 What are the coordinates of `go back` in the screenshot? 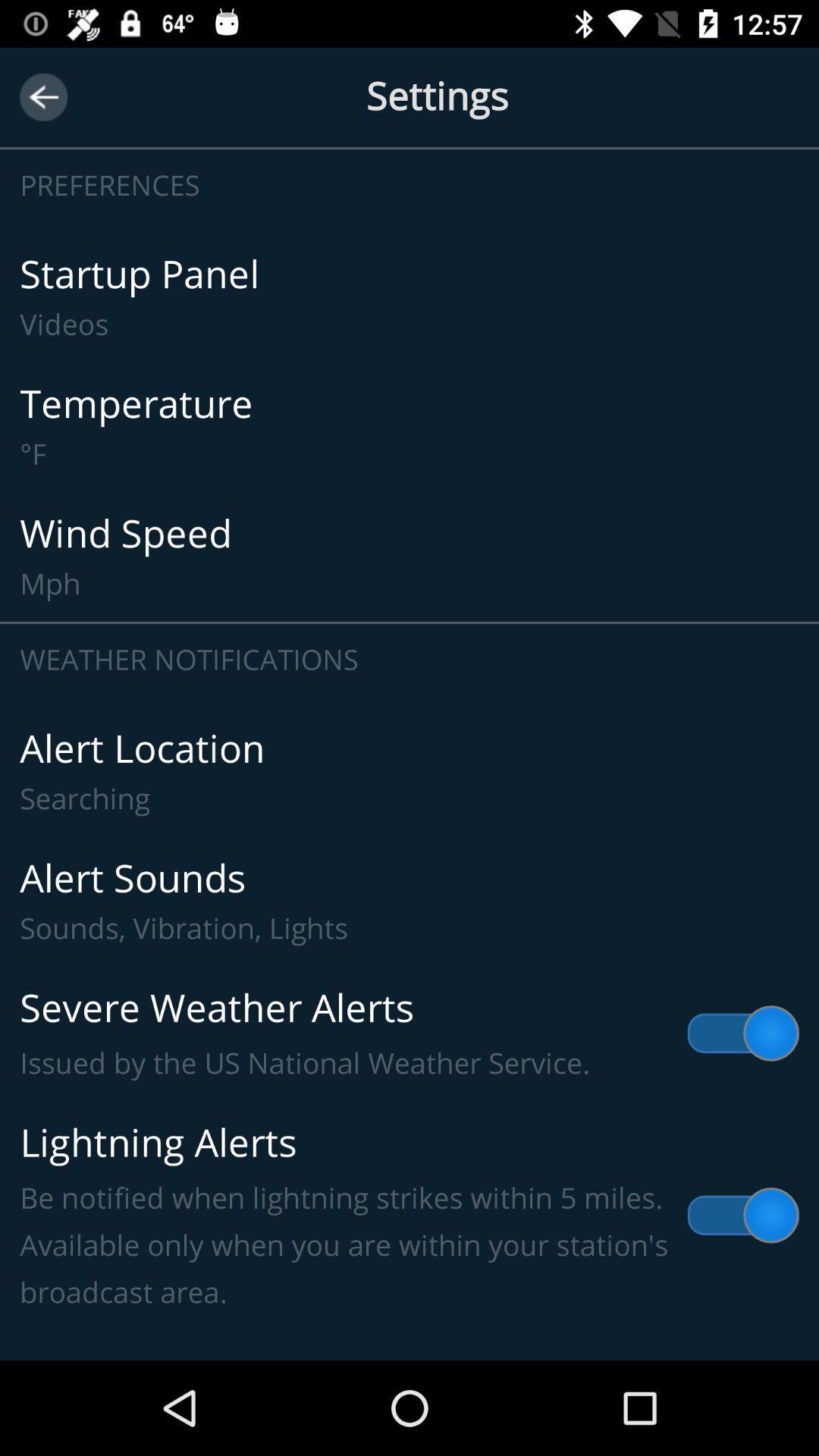 It's located at (42, 96).